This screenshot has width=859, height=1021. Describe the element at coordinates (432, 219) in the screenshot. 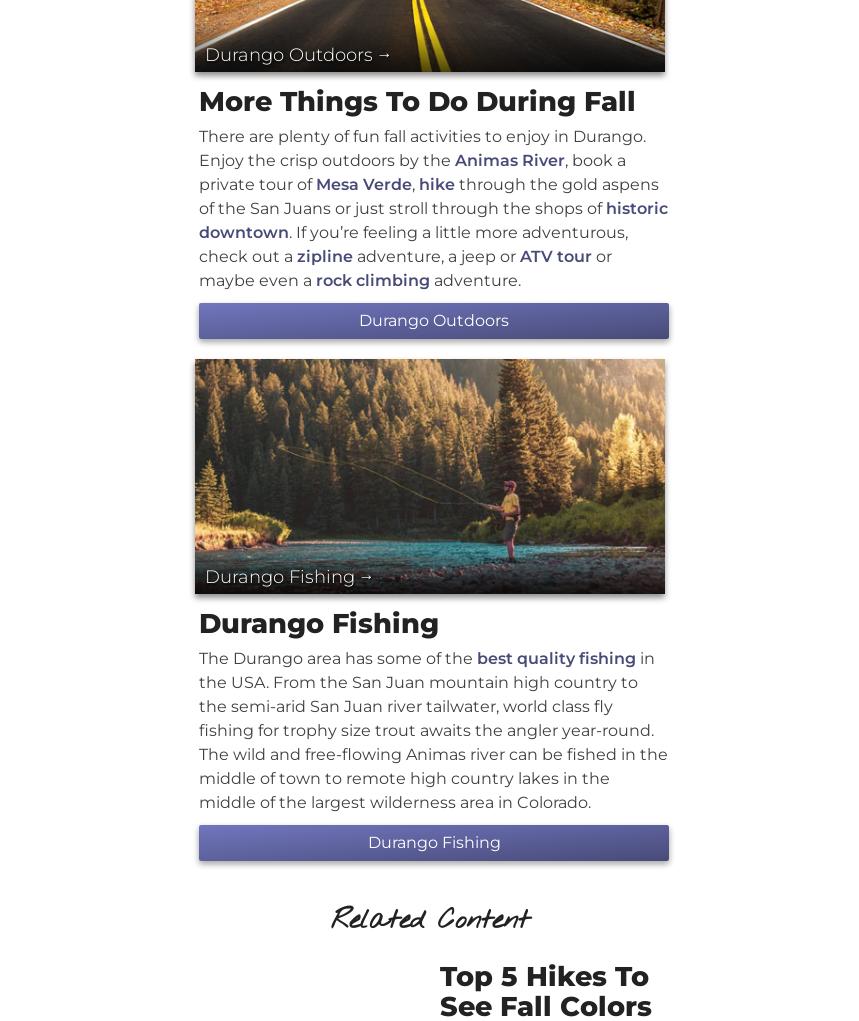

I see `'historic downtown'` at that location.